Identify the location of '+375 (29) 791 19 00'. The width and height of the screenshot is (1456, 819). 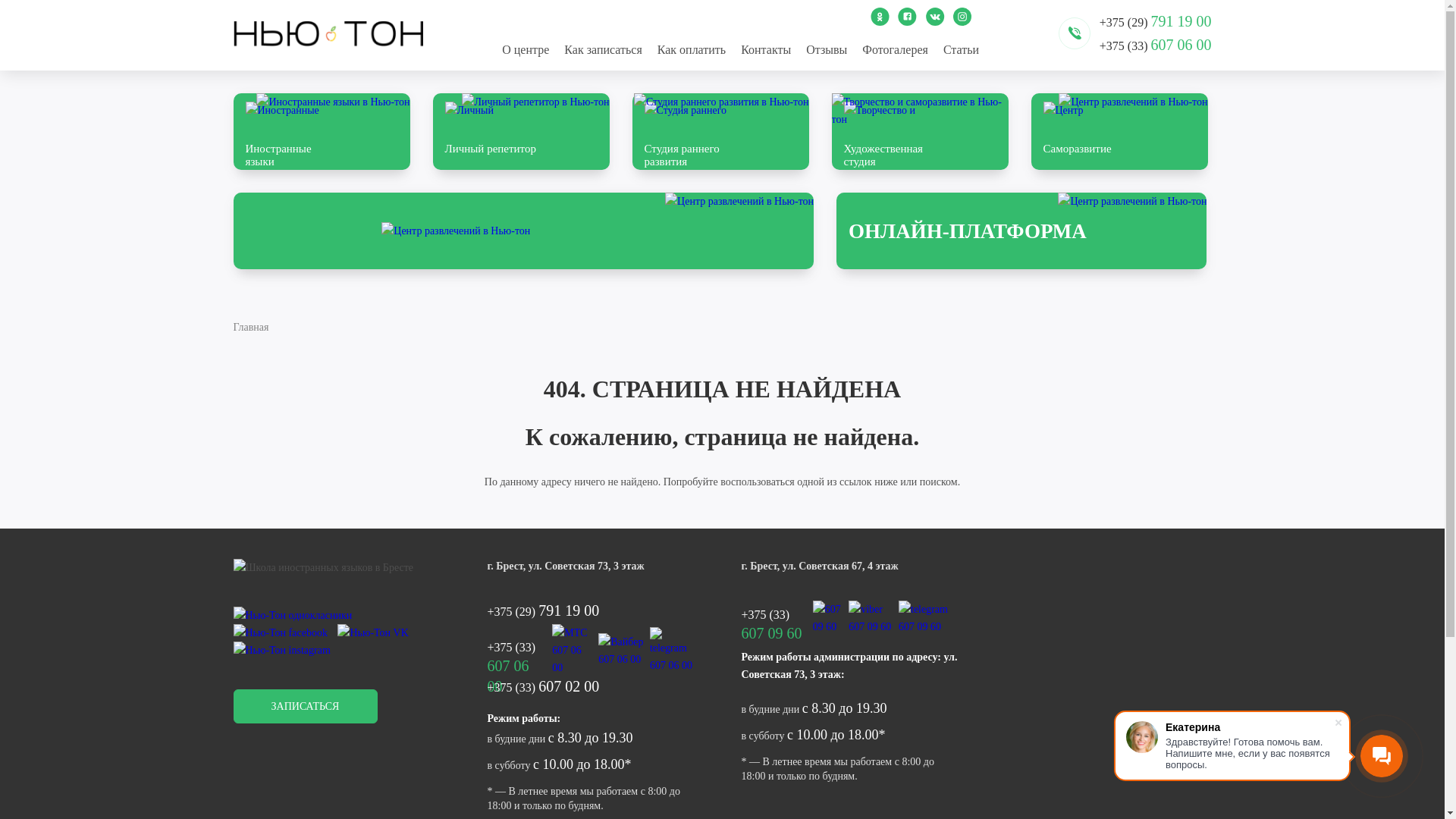
(594, 610).